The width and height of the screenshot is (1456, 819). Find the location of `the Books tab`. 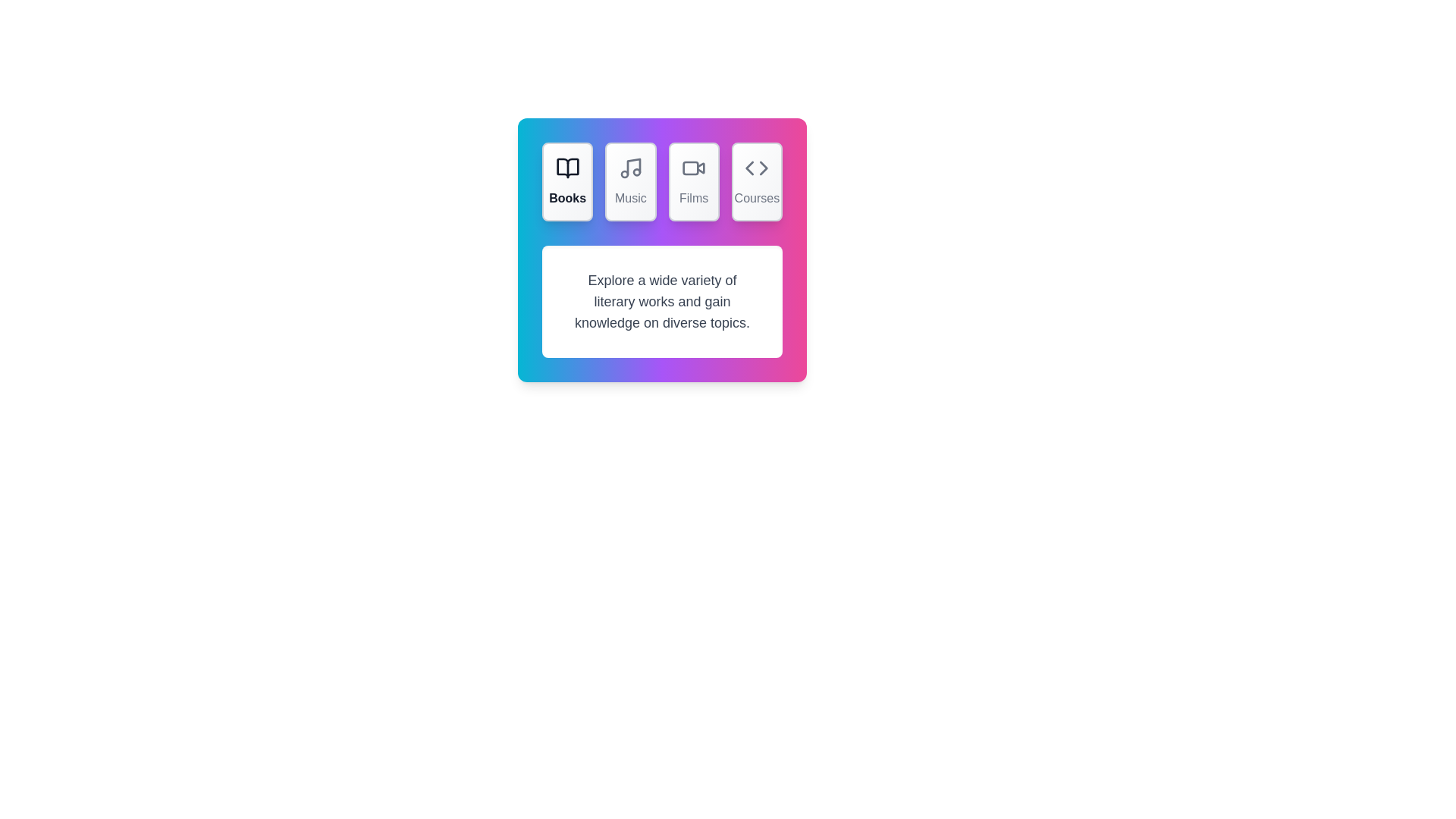

the Books tab is located at coordinates (566, 180).